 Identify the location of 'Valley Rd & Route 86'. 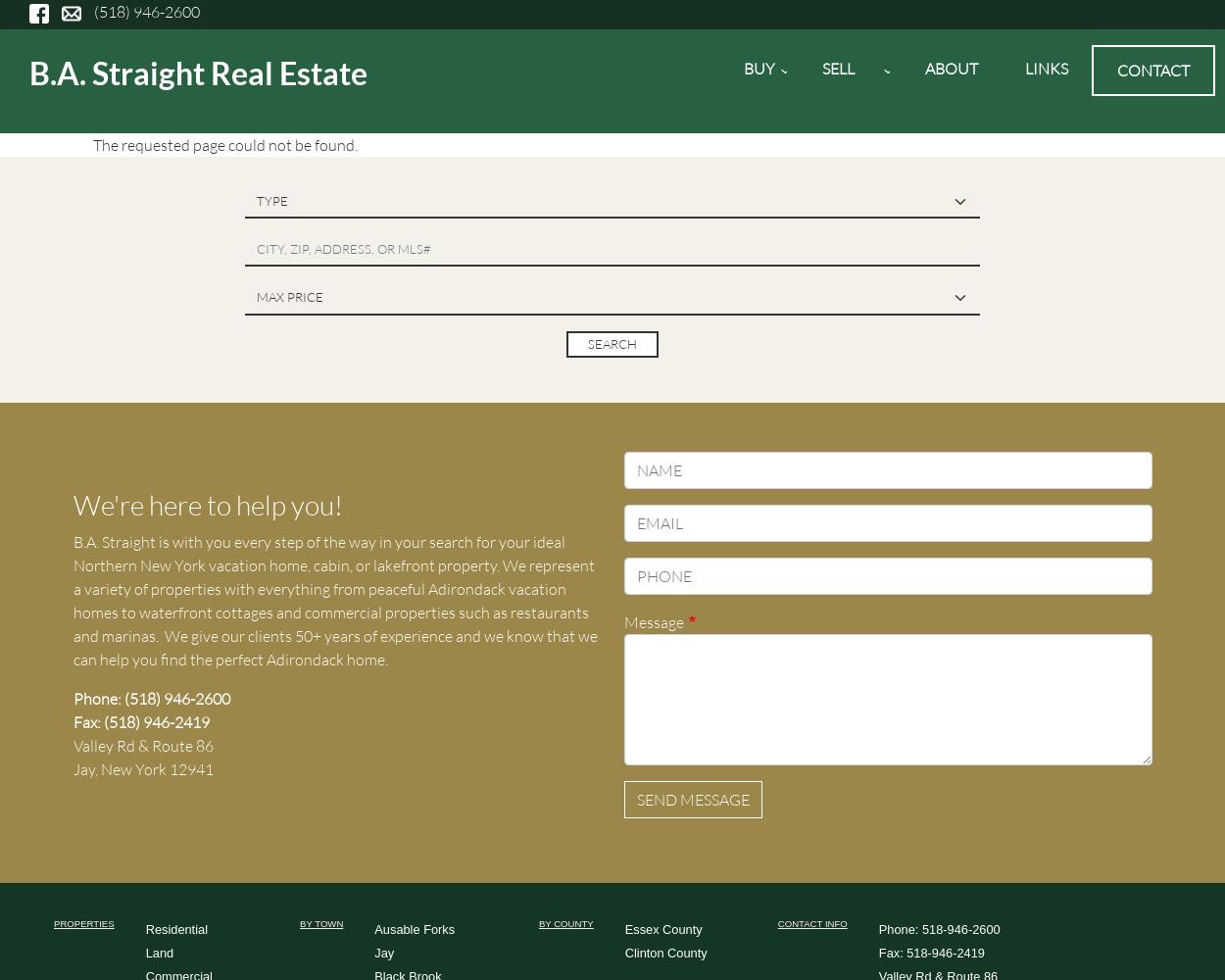
(142, 745).